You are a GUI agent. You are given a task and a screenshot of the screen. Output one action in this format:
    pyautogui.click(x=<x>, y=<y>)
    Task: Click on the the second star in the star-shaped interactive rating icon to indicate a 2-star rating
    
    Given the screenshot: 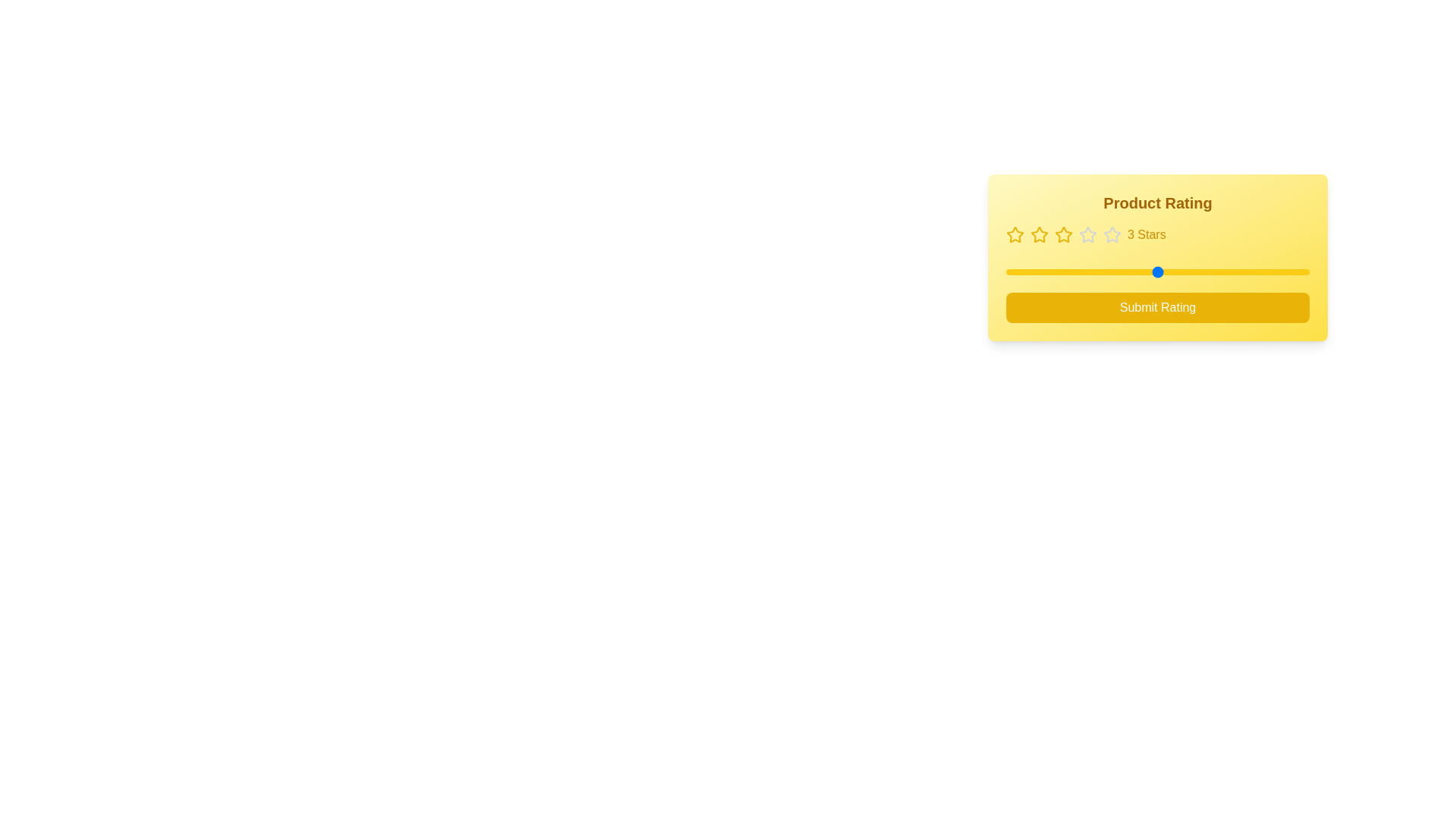 What is the action you would take?
    pyautogui.click(x=1062, y=234)
    